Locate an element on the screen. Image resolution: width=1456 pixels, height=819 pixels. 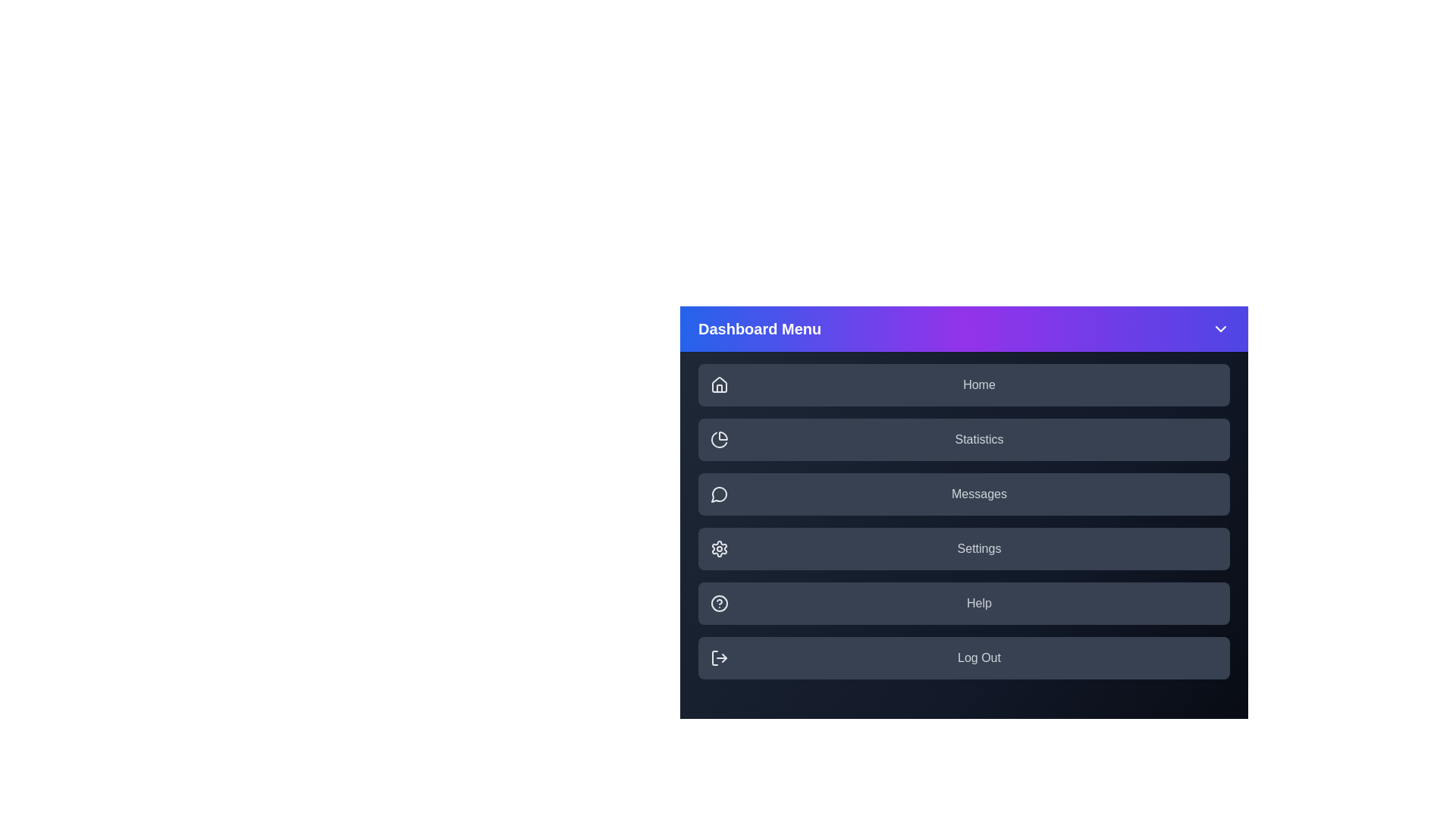
the menu item labeled Statistics to highlight it is located at coordinates (963, 439).